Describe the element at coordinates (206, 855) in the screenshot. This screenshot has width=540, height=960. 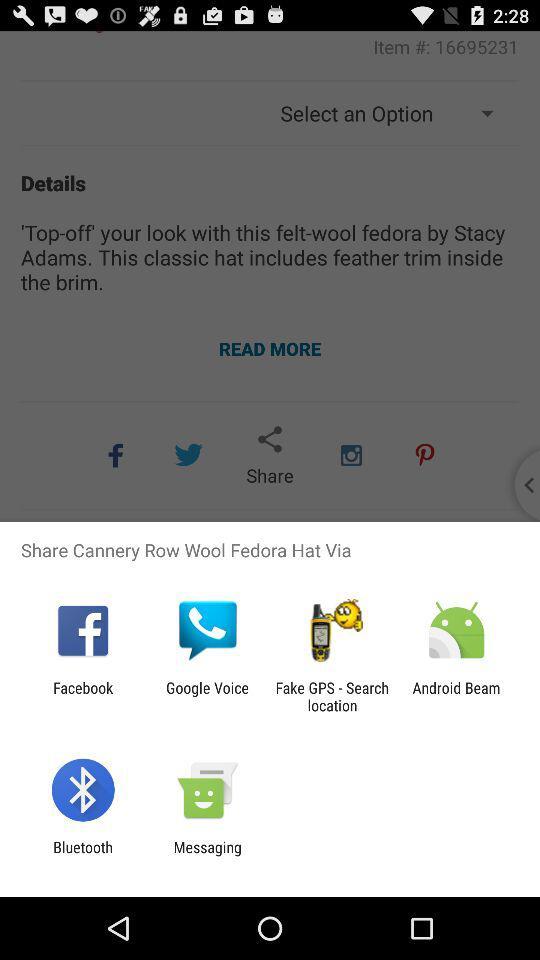
I see `the messaging app` at that location.